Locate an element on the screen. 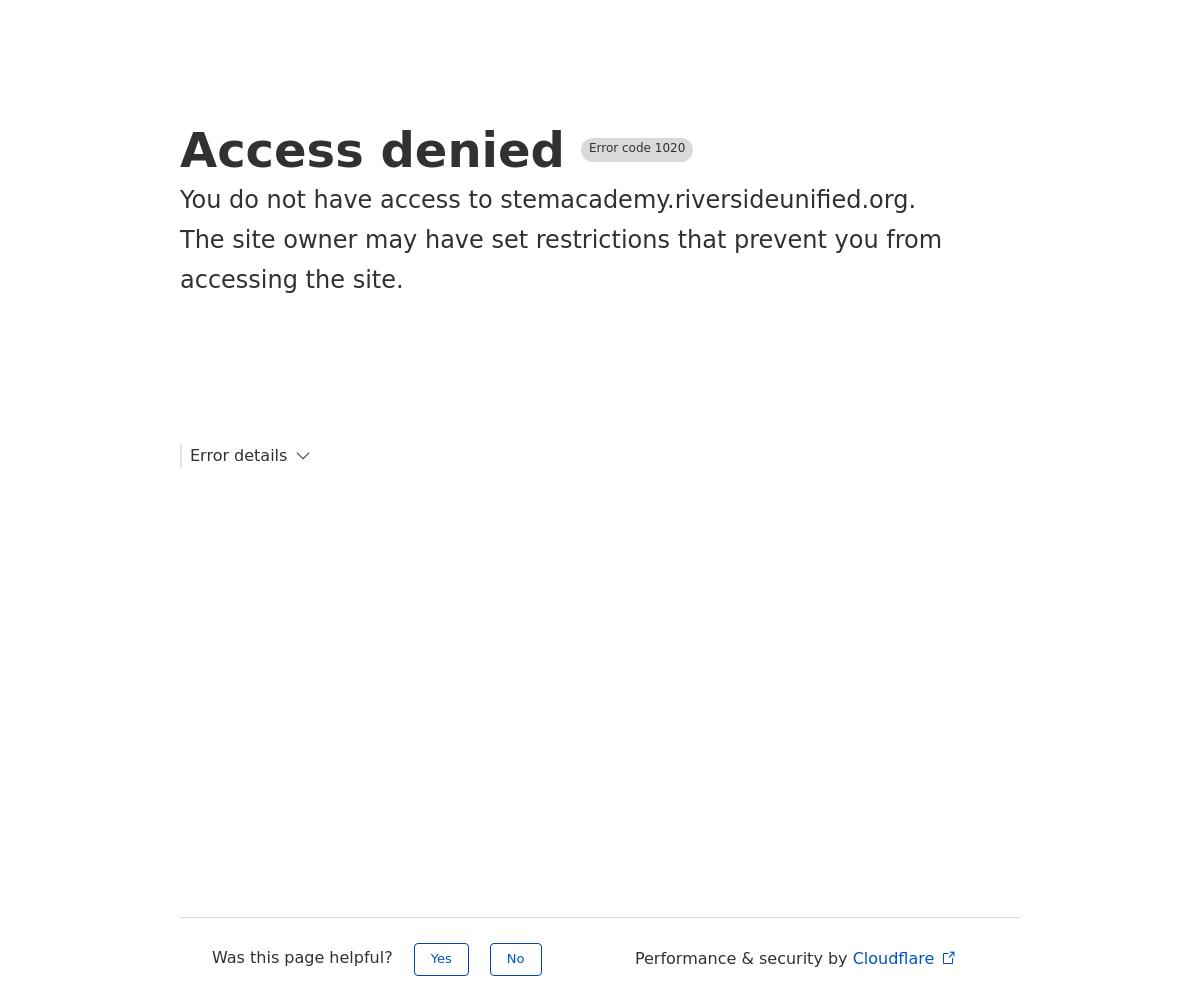 The height and width of the screenshot is (1000, 1200). 'The site owner may have set restrictions that prevent you from accessing the site.' is located at coordinates (560, 260).